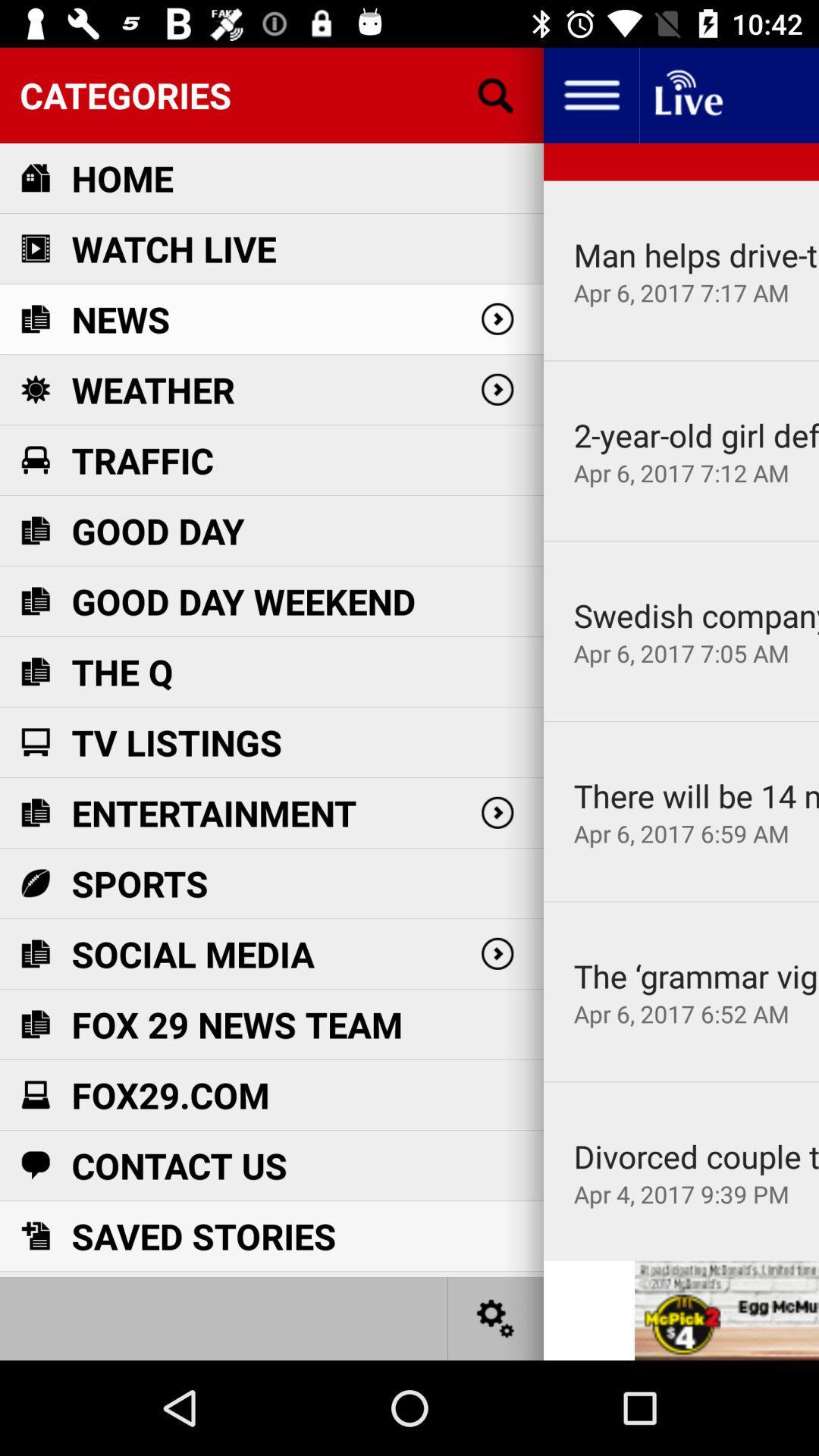 The height and width of the screenshot is (1456, 819). Describe the element at coordinates (590, 94) in the screenshot. I see `the menu icon` at that location.